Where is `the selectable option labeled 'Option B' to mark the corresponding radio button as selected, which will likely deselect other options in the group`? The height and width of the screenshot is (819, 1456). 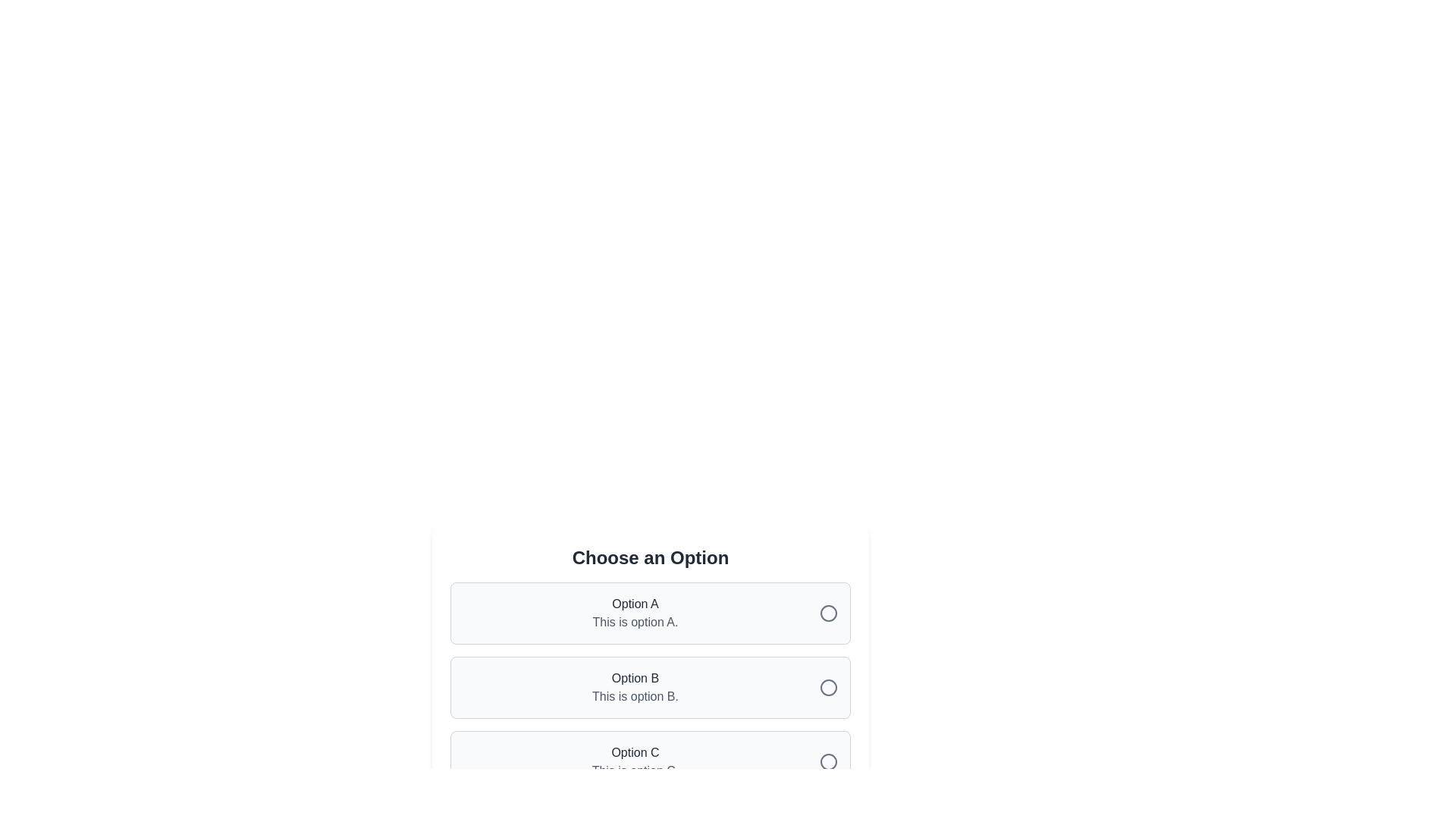 the selectable option labeled 'Option B' to mark the corresponding radio button as selected, which will likely deselect other options in the group is located at coordinates (651, 687).